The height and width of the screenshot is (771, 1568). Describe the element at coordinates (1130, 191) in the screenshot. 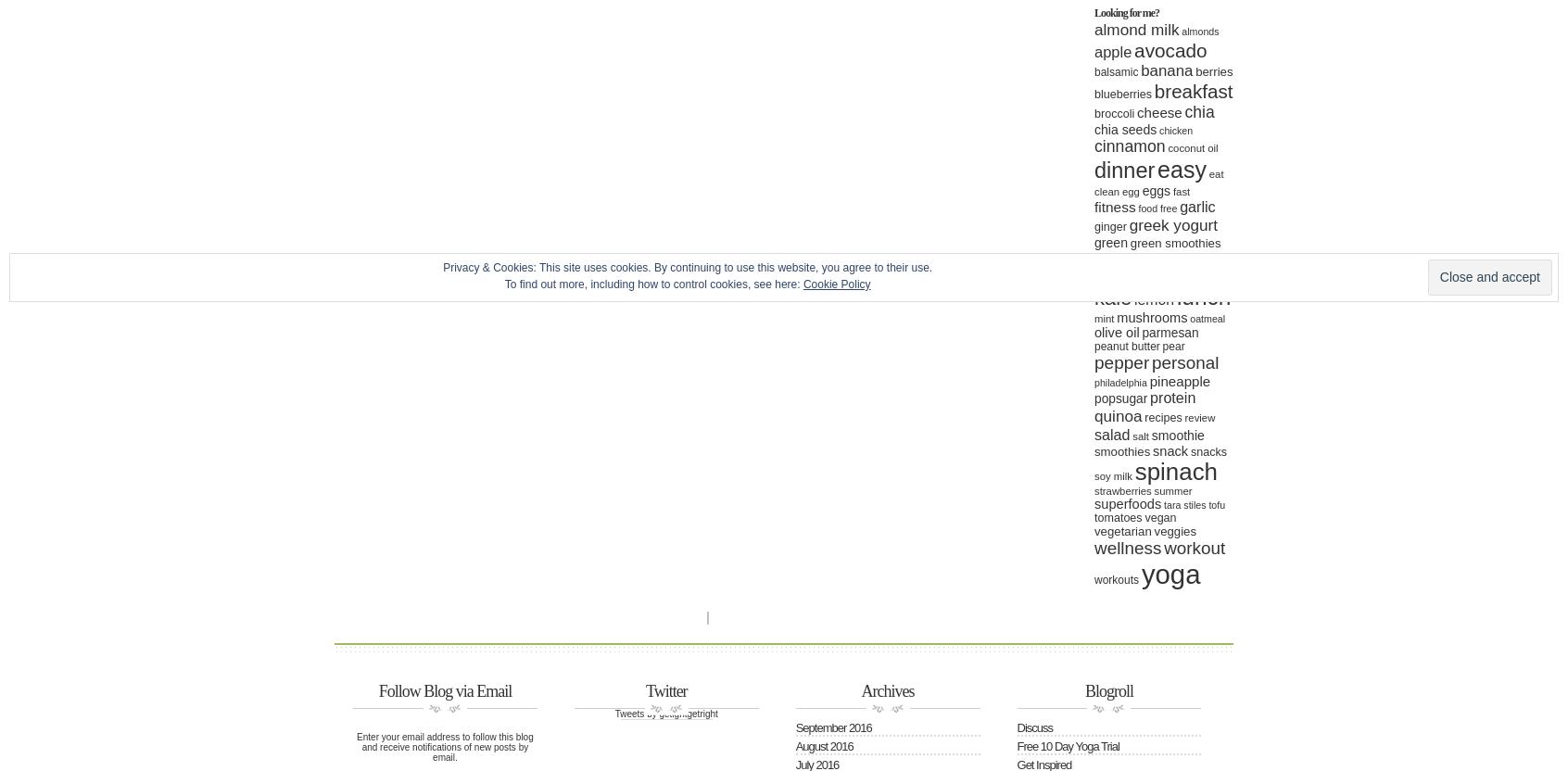

I see `'egg'` at that location.